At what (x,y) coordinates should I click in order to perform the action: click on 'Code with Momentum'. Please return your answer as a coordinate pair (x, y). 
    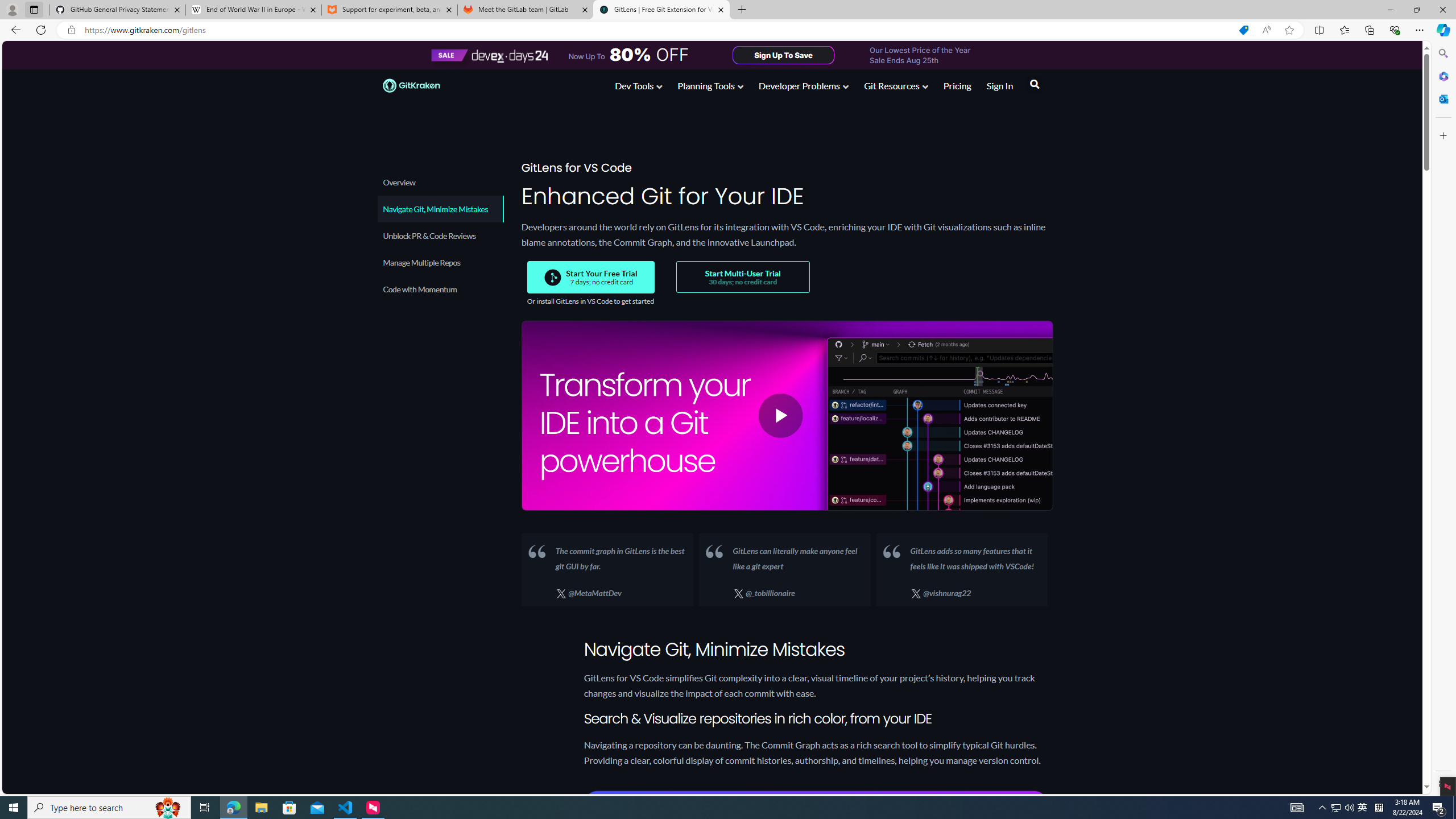
    Looking at the image, I should click on (440, 289).